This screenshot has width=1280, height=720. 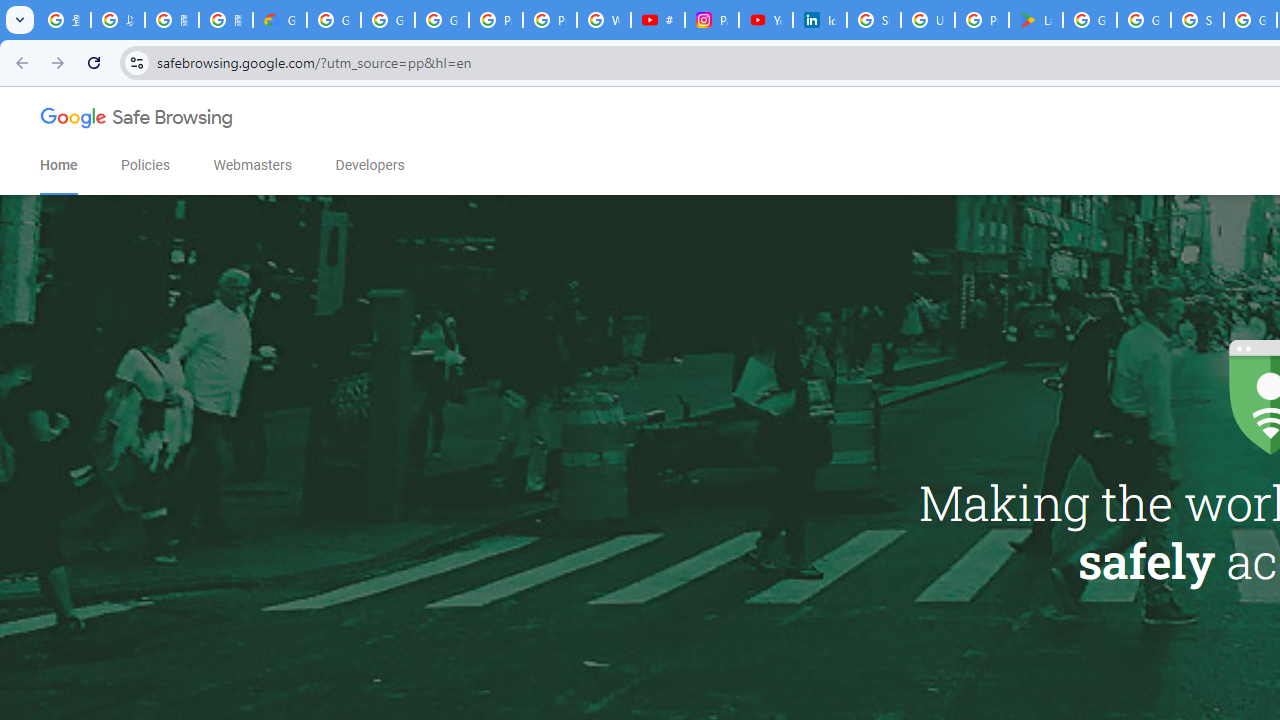 I want to click on 'Sign in - Google Accounts', so click(x=874, y=20).